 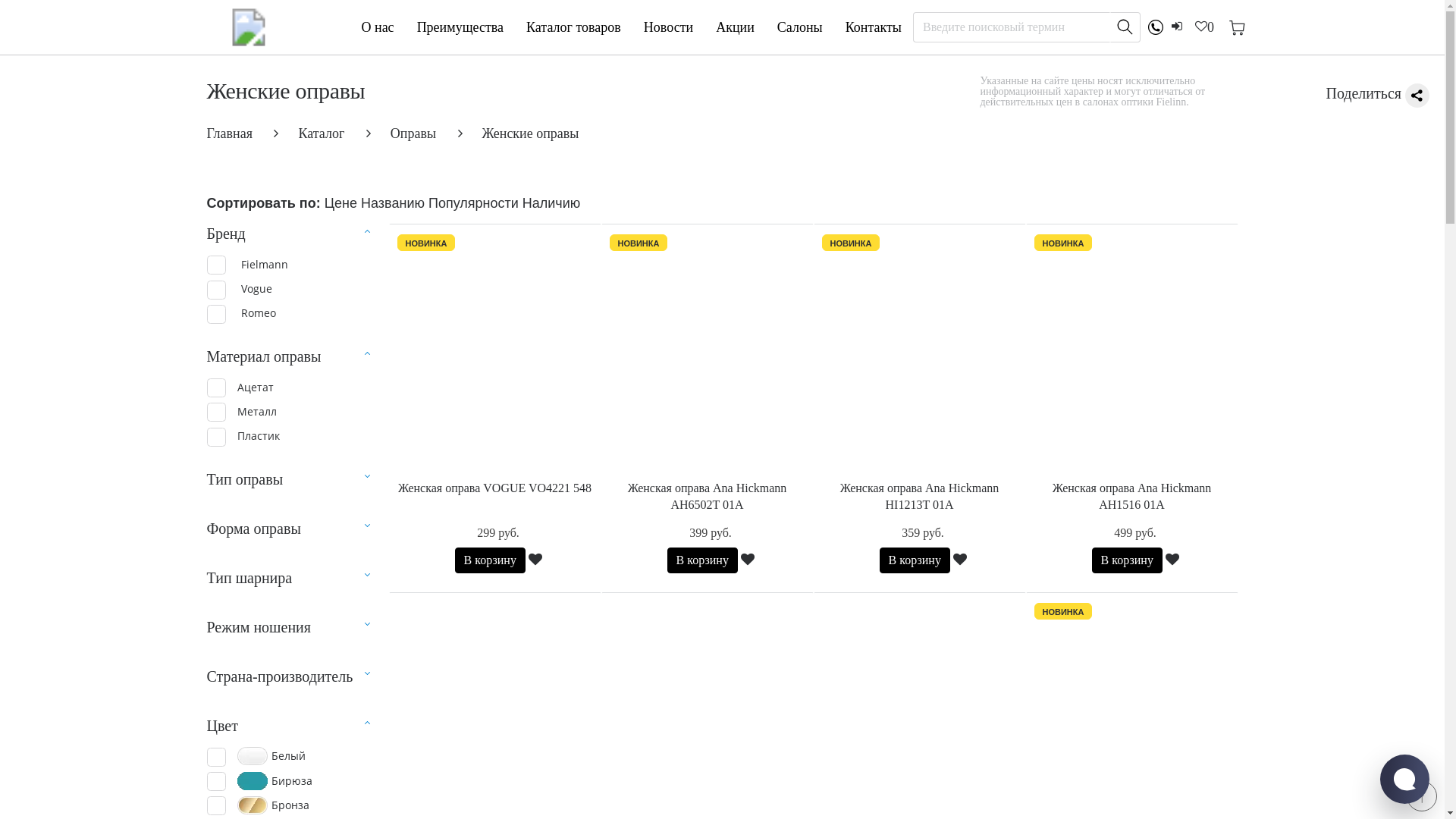 I want to click on 'Fielmann', so click(x=246, y=263).